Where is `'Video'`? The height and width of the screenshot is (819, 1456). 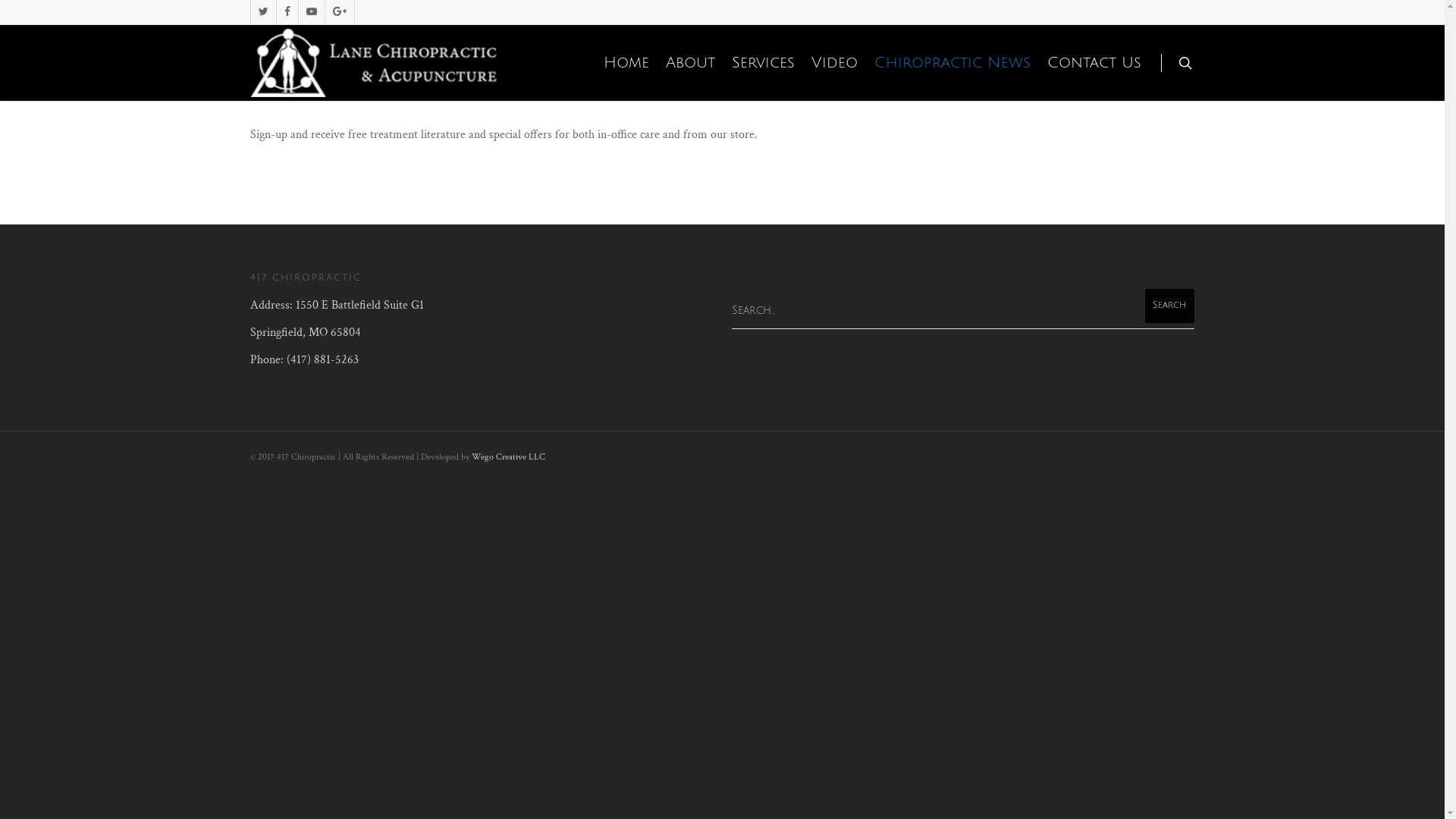
'Video' is located at coordinates (833, 64).